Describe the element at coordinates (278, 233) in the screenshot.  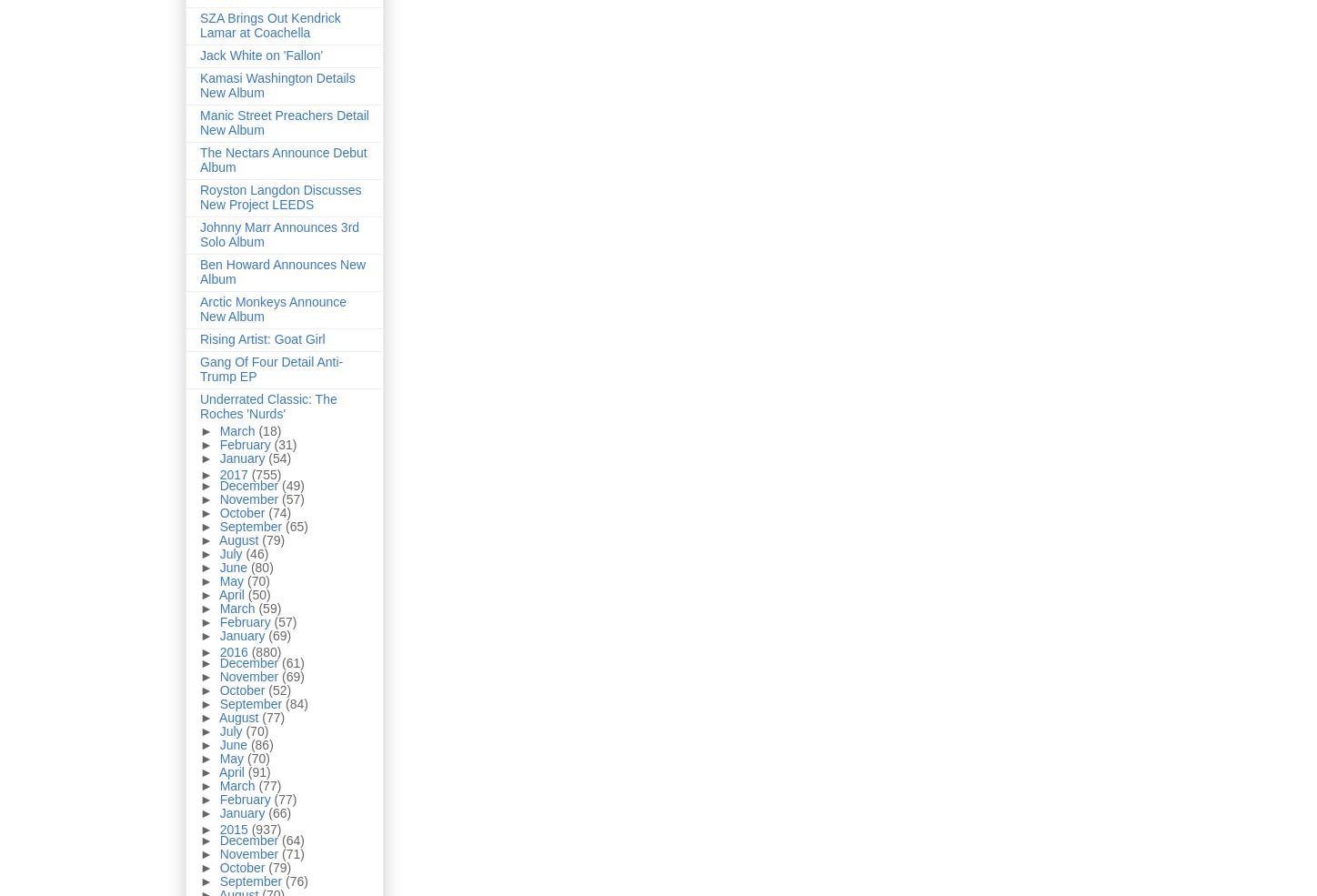
I see `'Johnny Marr Announces 3rd Solo Album'` at that location.